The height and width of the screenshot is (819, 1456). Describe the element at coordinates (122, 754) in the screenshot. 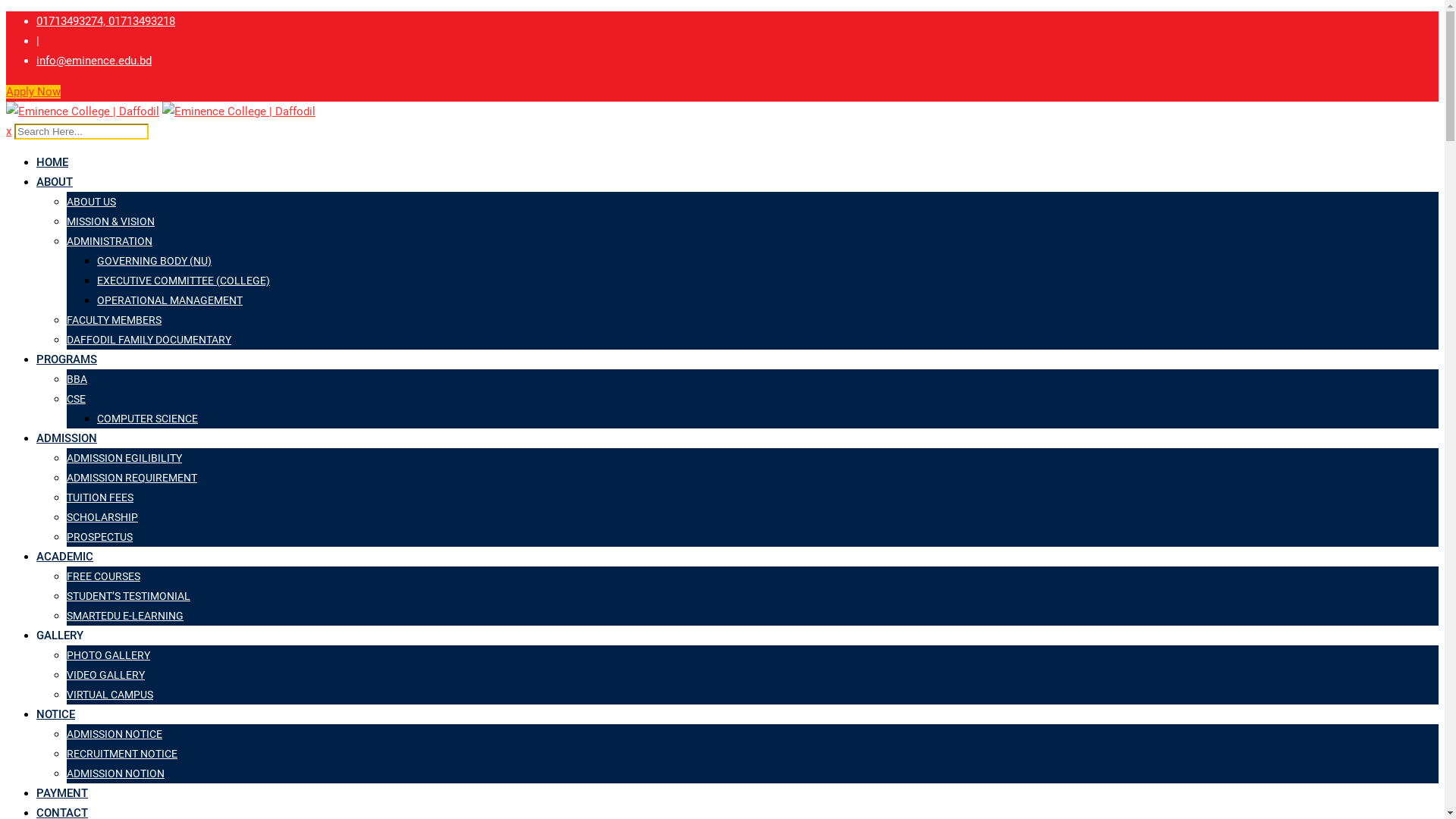

I see `'RECRUITMENT NOTICE'` at that location.